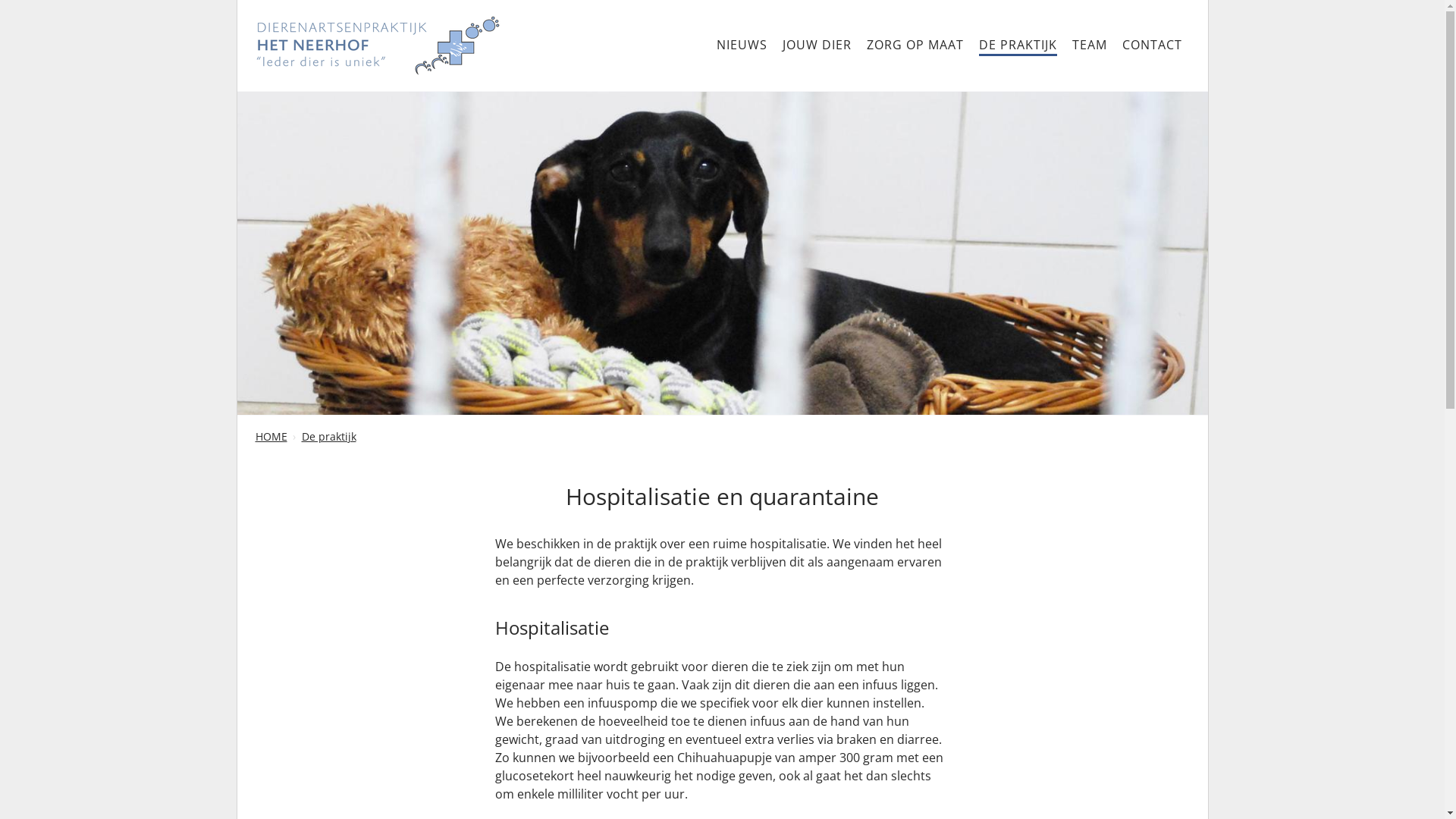  What do you see at coordinates (866, 44) in the screenshot?
I see `'ZORG OP MAAT'` at bounding box center [866, 44].